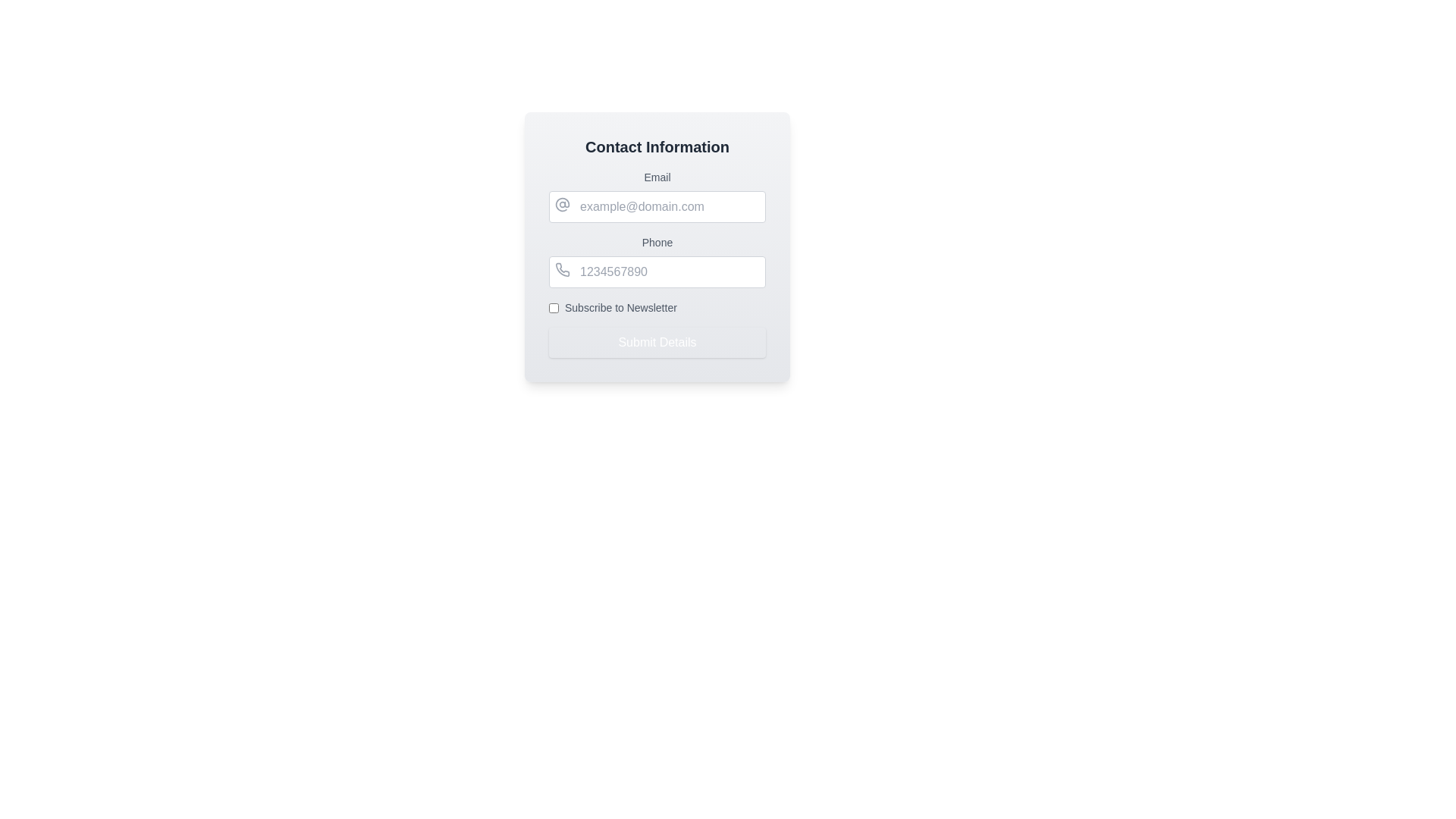 The width and height of the screenshot is (1456, 819). I want to click on the text label displaying 'Email', which is styled with a smaller font size and gray color, located above the email input field, so click(657, 177).